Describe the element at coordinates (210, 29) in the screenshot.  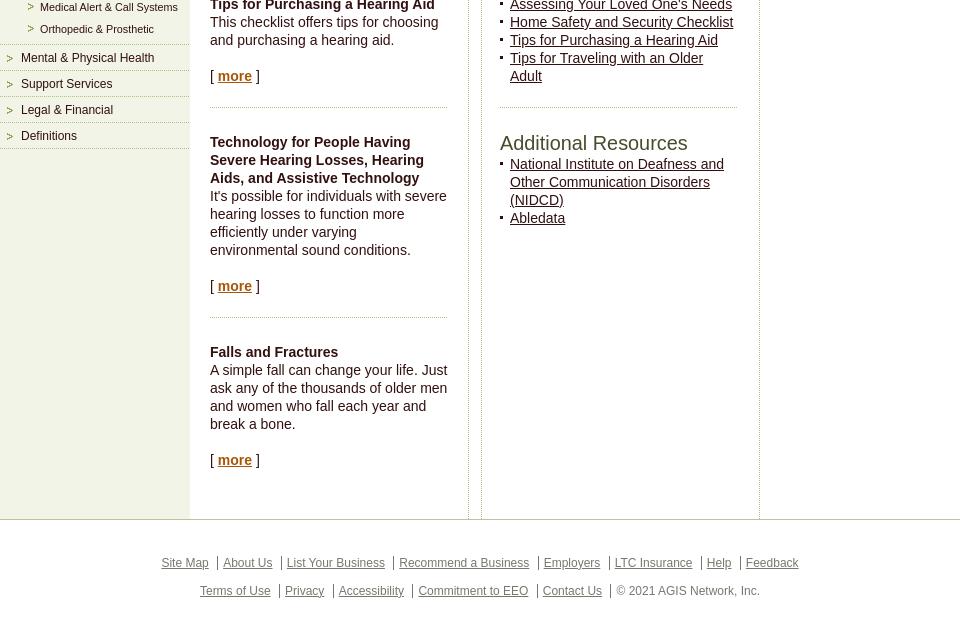
I see `'This checklist offers tips for choosing and purchasing a hearing aid.'` at that location.